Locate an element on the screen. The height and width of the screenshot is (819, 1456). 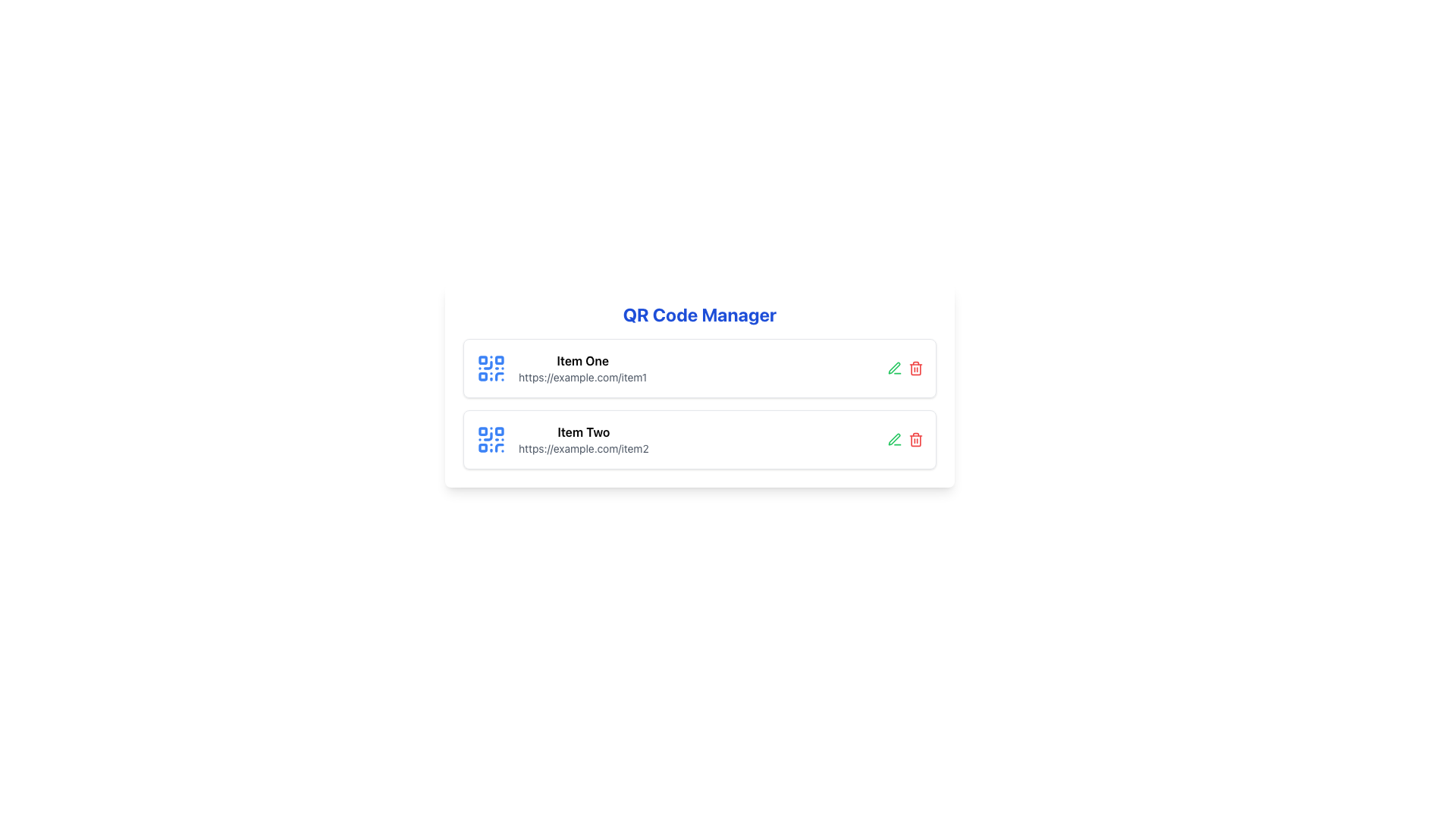
the Icon Button depicting a pen symbol, which is used to initiate an edit action is located at coordinates (894, 439).